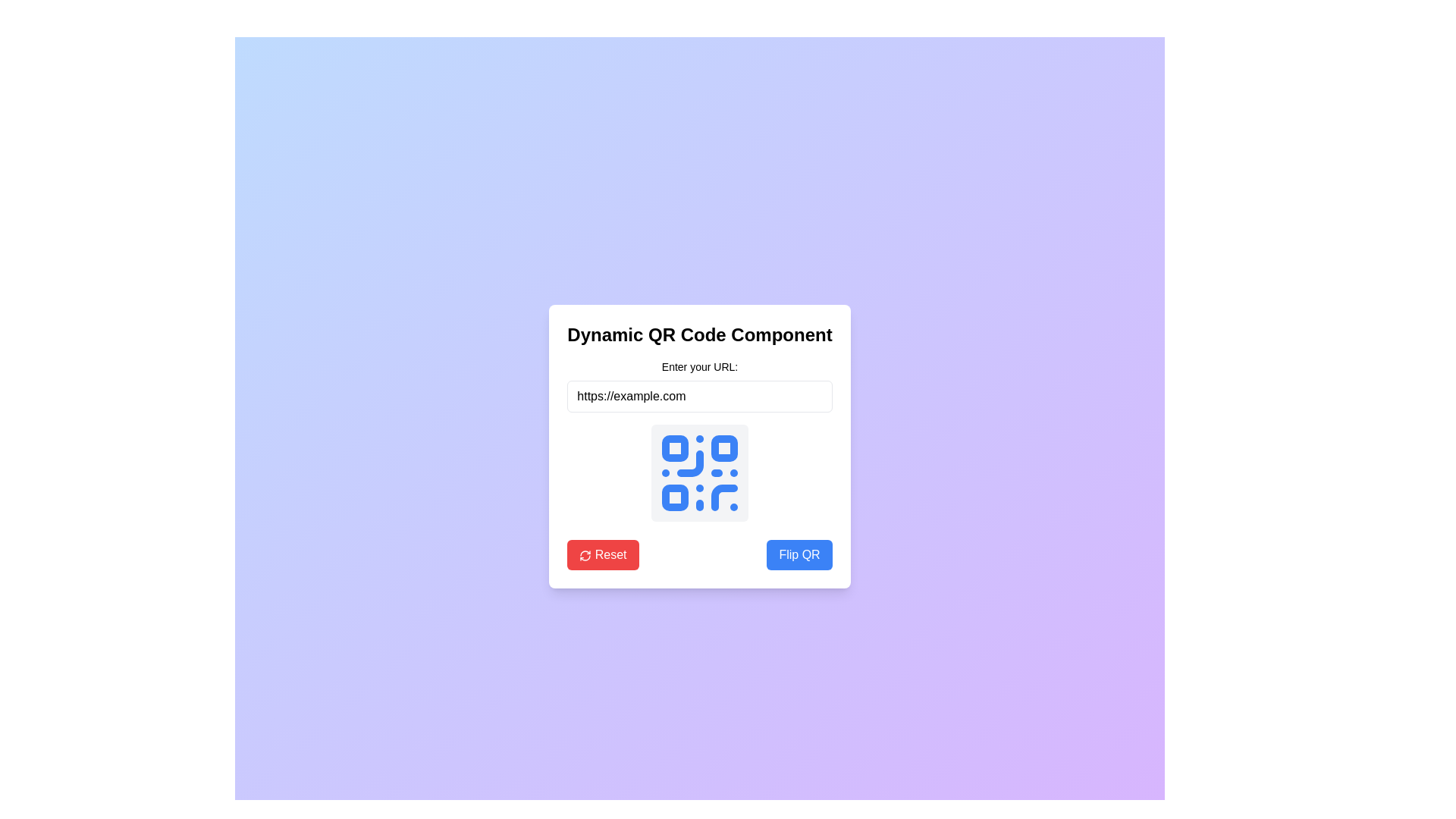 This screenshot has width=1456, height=819. I want to click on the 'Reset' button with a red background and white text, so click(602, 555).